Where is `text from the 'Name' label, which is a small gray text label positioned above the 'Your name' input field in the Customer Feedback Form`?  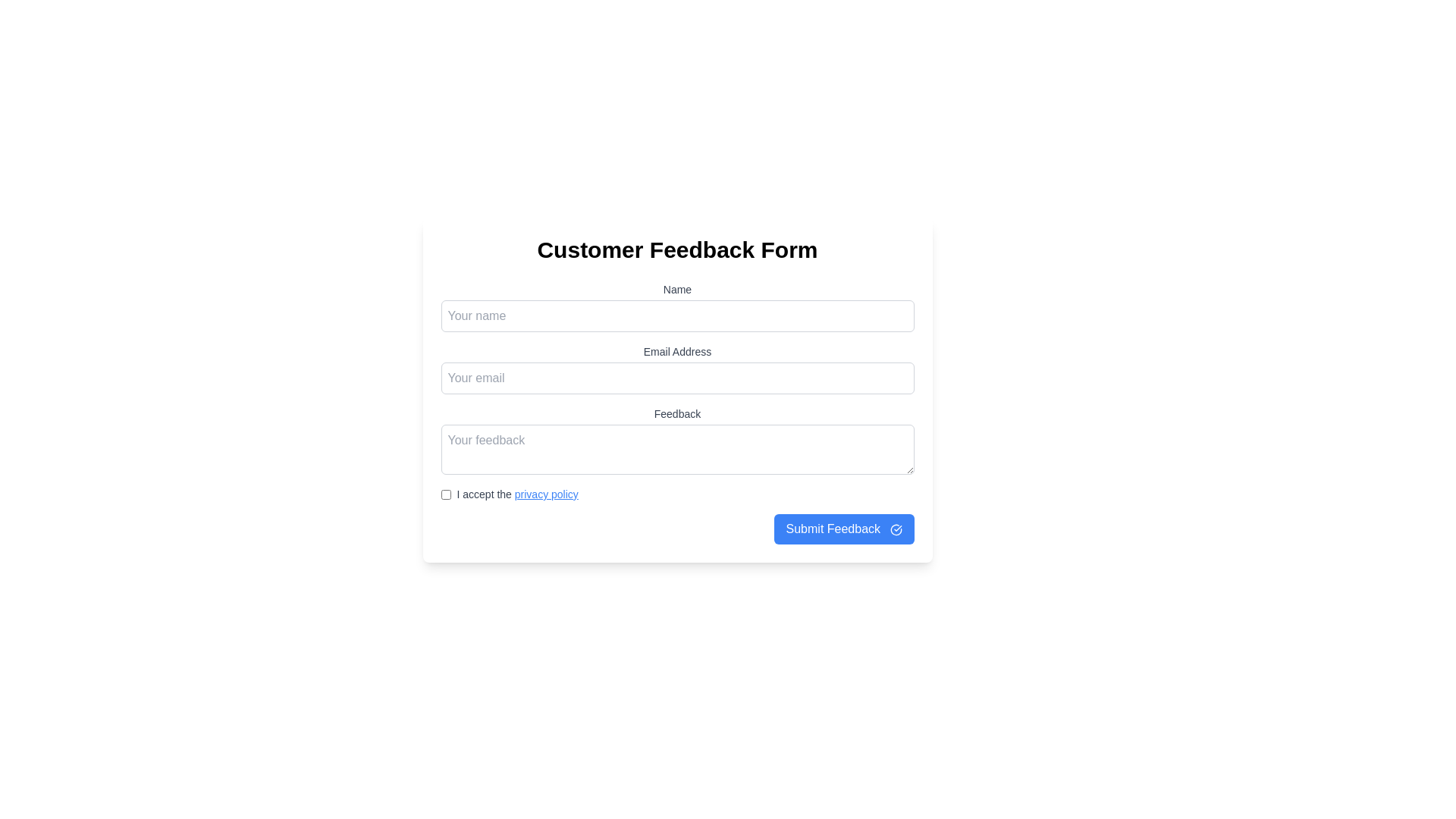 text from the 'Name' label, which is a small gray text label positioned above the 'Your name' input field in the Customer Feedback Form is located at coordinates (676, 289).